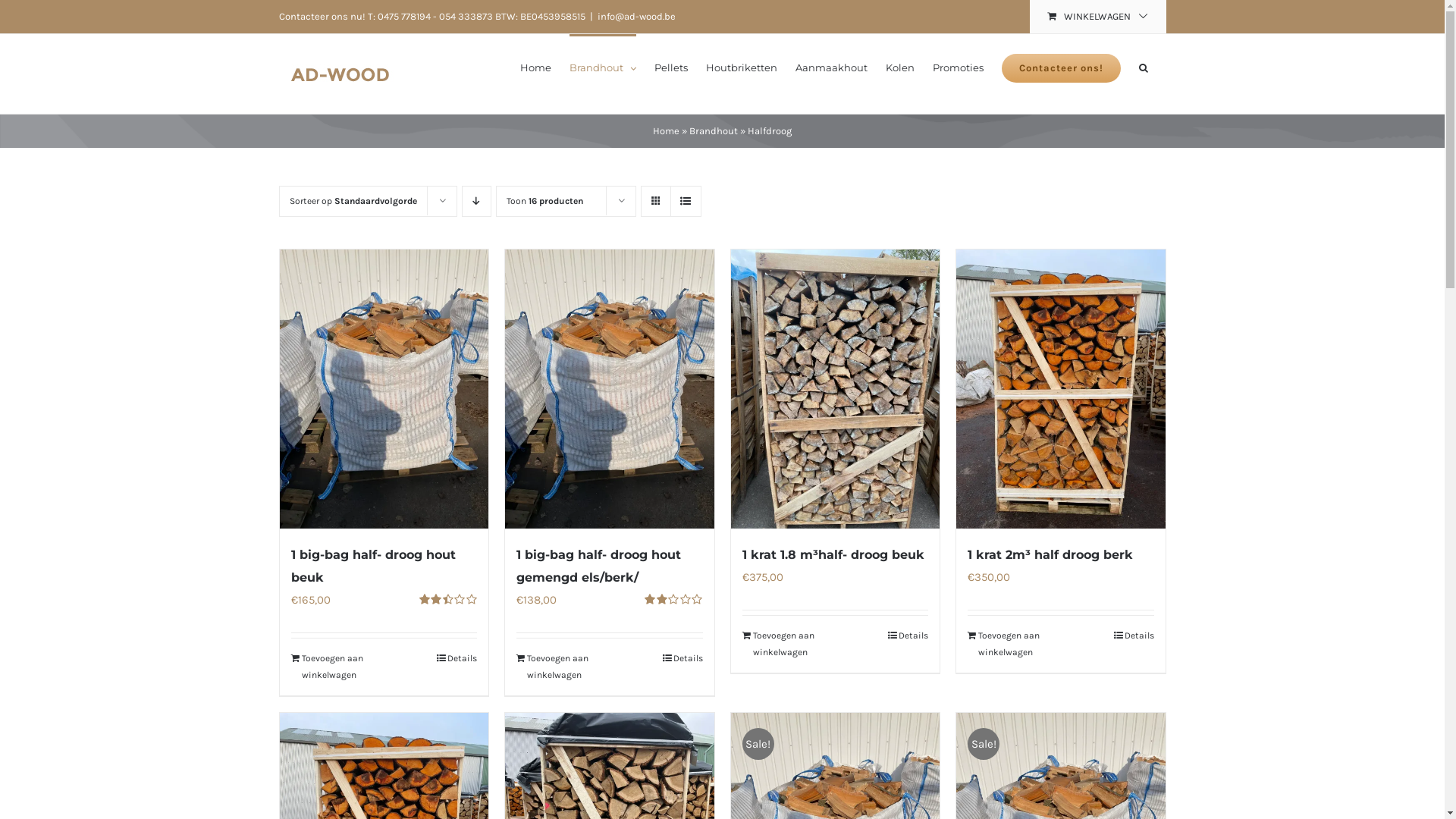  What do you see at coordinates (1139, 66) in the screenshot?
I see `'Zoeken'` at bounding box center [1139, 66].